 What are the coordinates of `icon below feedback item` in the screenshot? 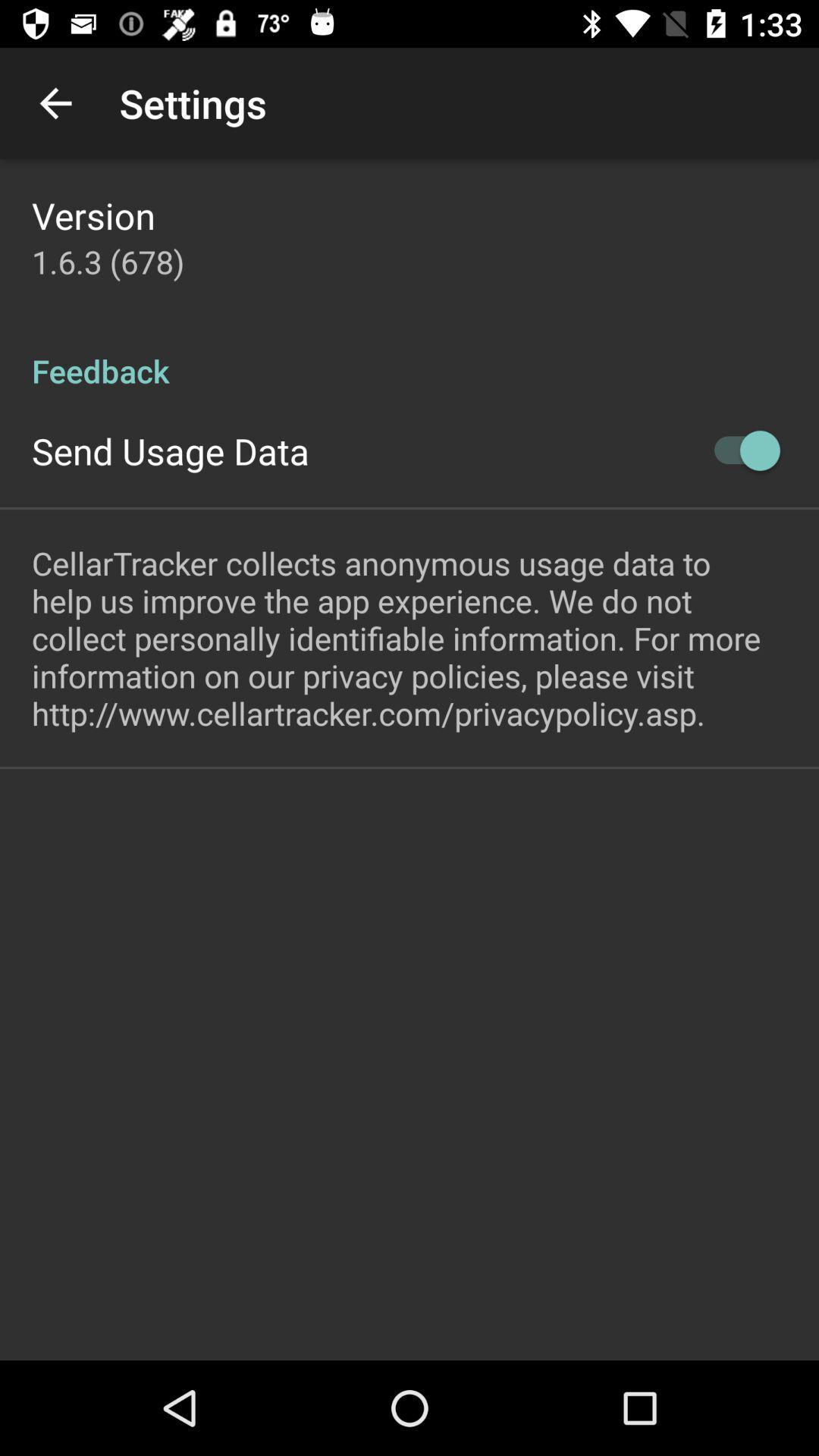 It's located at (739, 450).